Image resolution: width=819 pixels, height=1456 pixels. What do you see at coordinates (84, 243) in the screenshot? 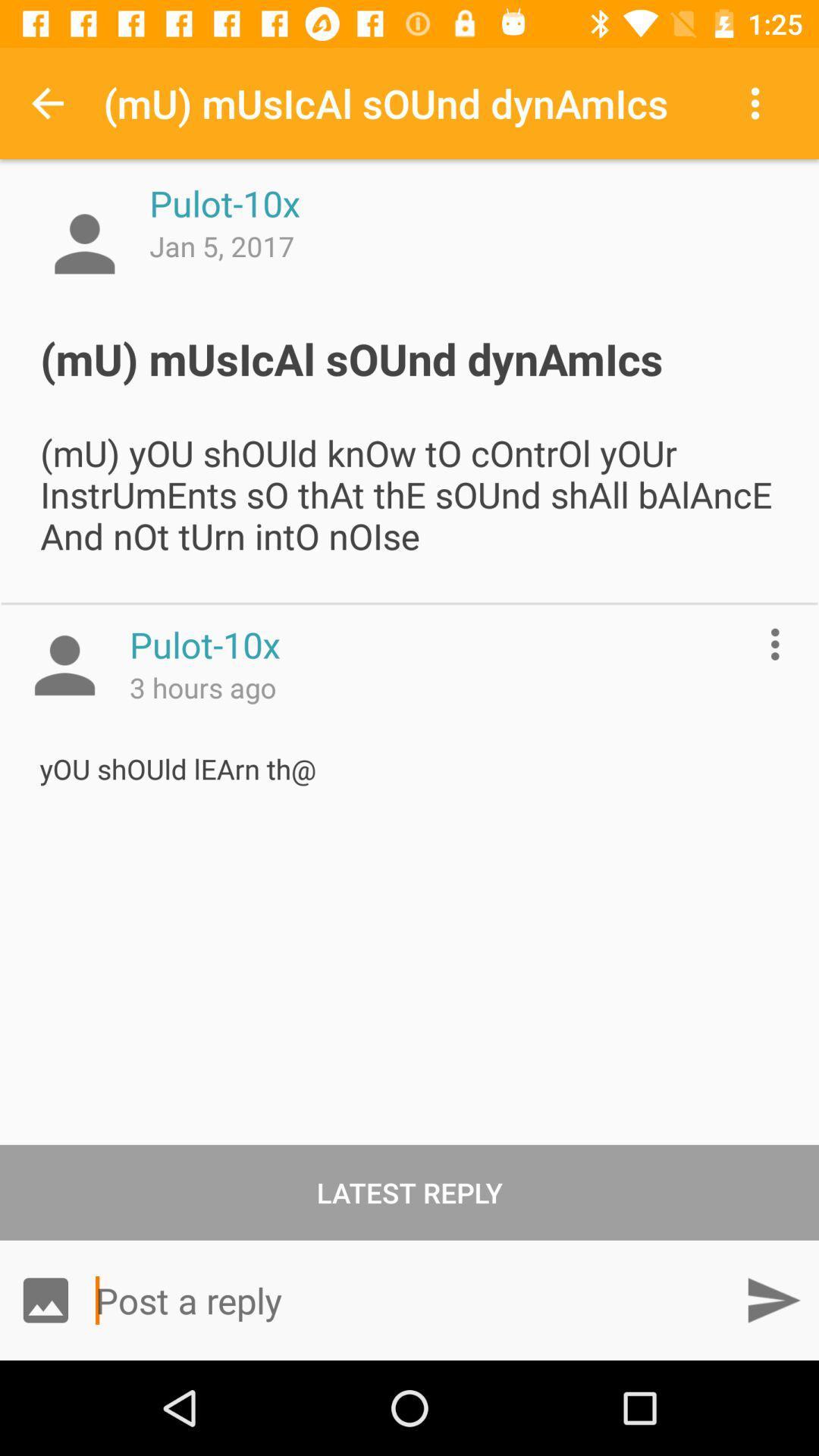
I see `user profile` at bounding box center [84, 243].